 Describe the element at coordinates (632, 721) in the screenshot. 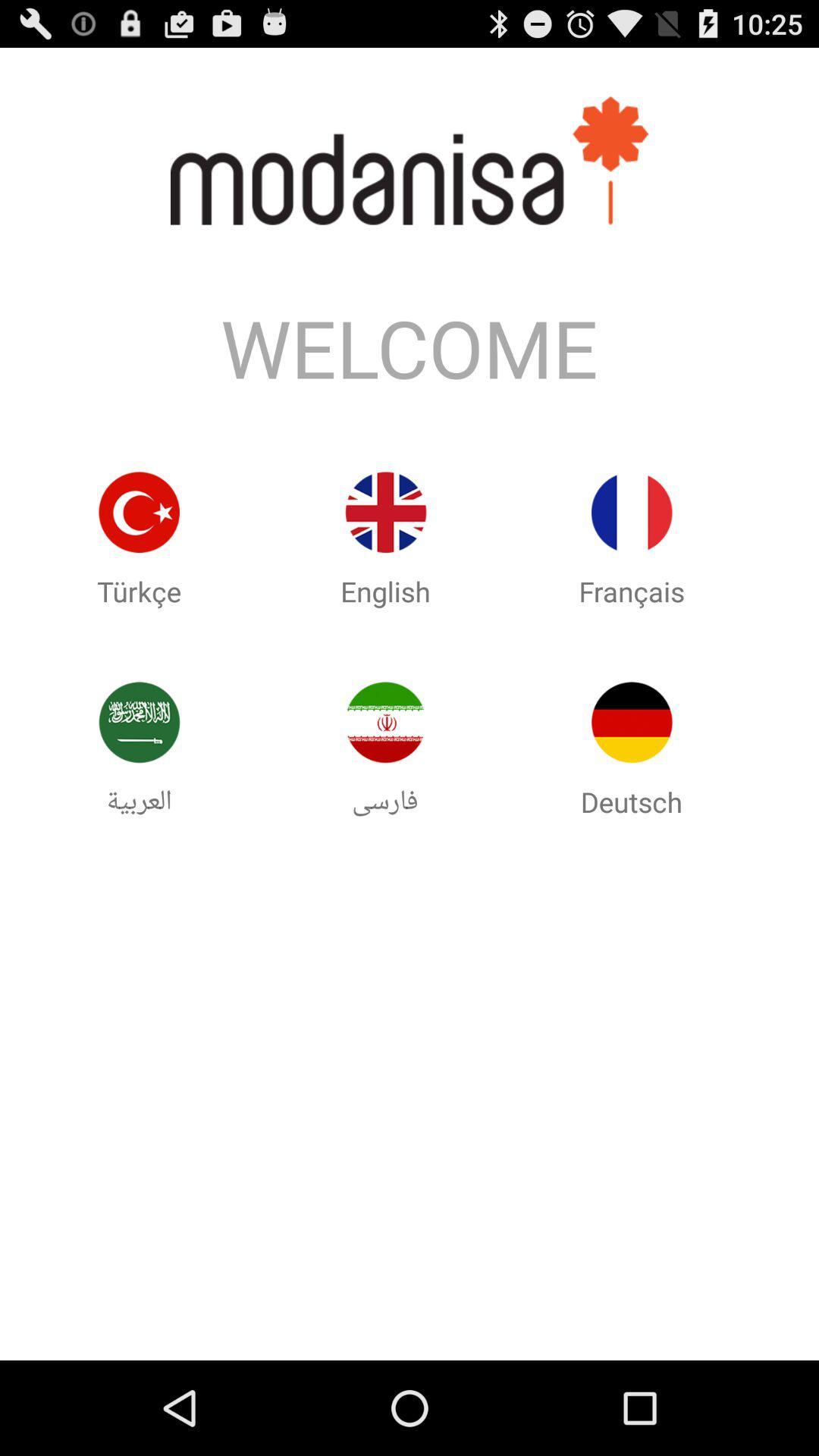

I see `choose language` at that location.